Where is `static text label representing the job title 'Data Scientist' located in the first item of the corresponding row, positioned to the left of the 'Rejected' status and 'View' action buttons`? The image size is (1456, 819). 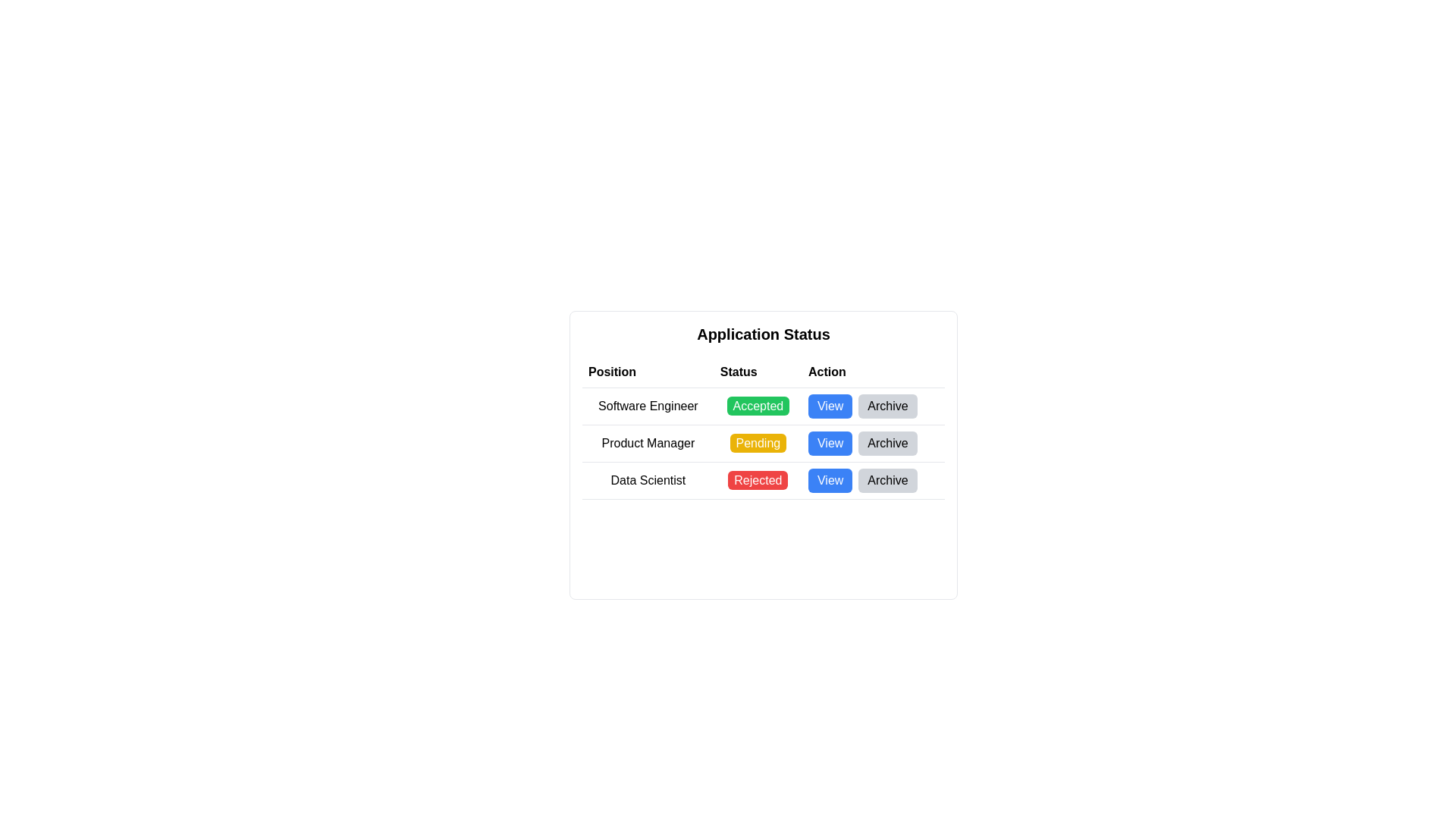 static text label representing the job title 'Data Scientist' located in the first item of the corresponding row, positioned to the left of the 'Rejected' status and 'View' action buttons is located at coordinates (648, 480).